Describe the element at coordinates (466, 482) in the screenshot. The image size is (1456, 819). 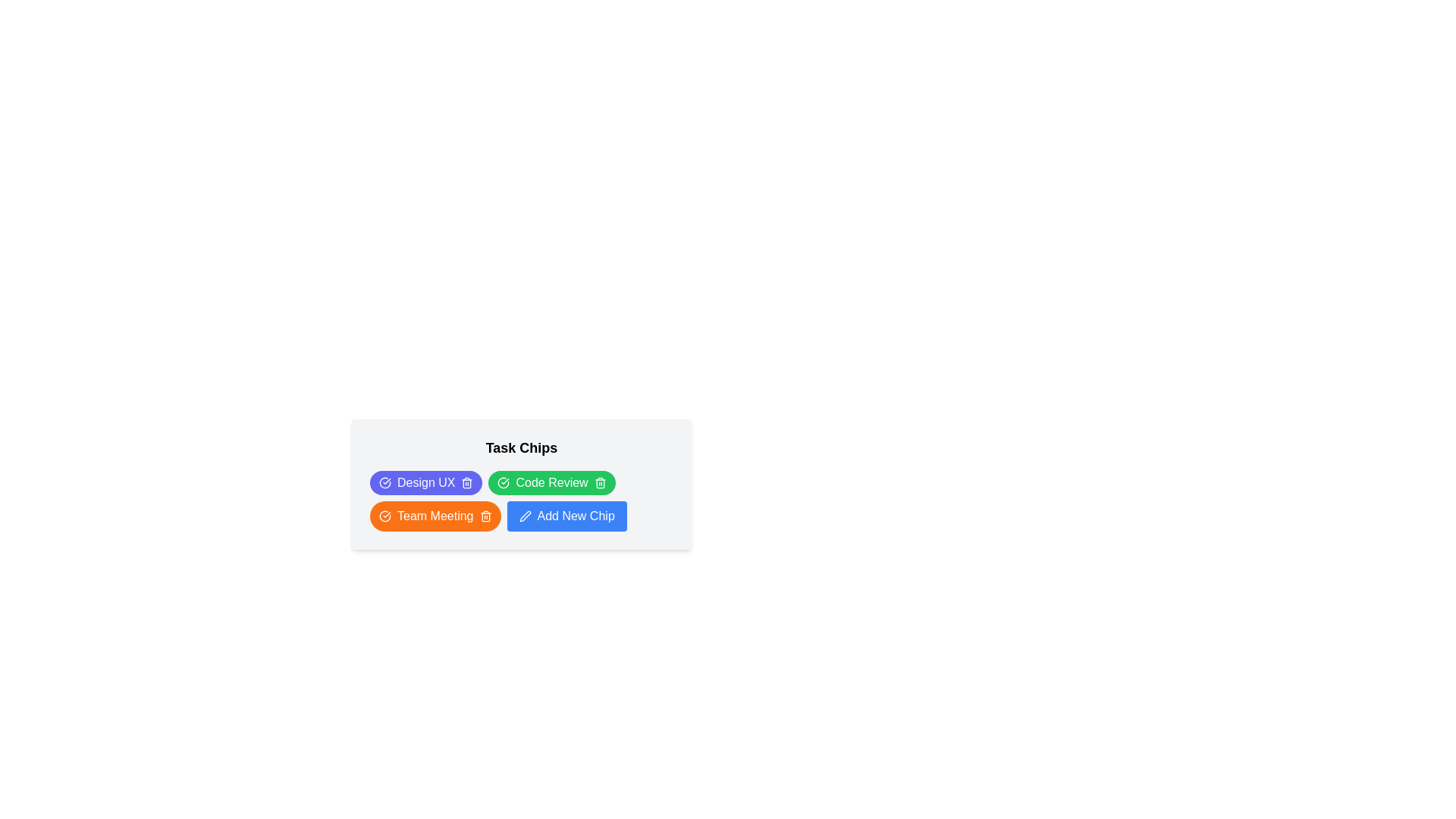
I see `the trash can icon button located at the end of the 'Design UX' chip, which is styled with a stroke of 'currentColor' and has a hover effect that changes its opacity` at that location.